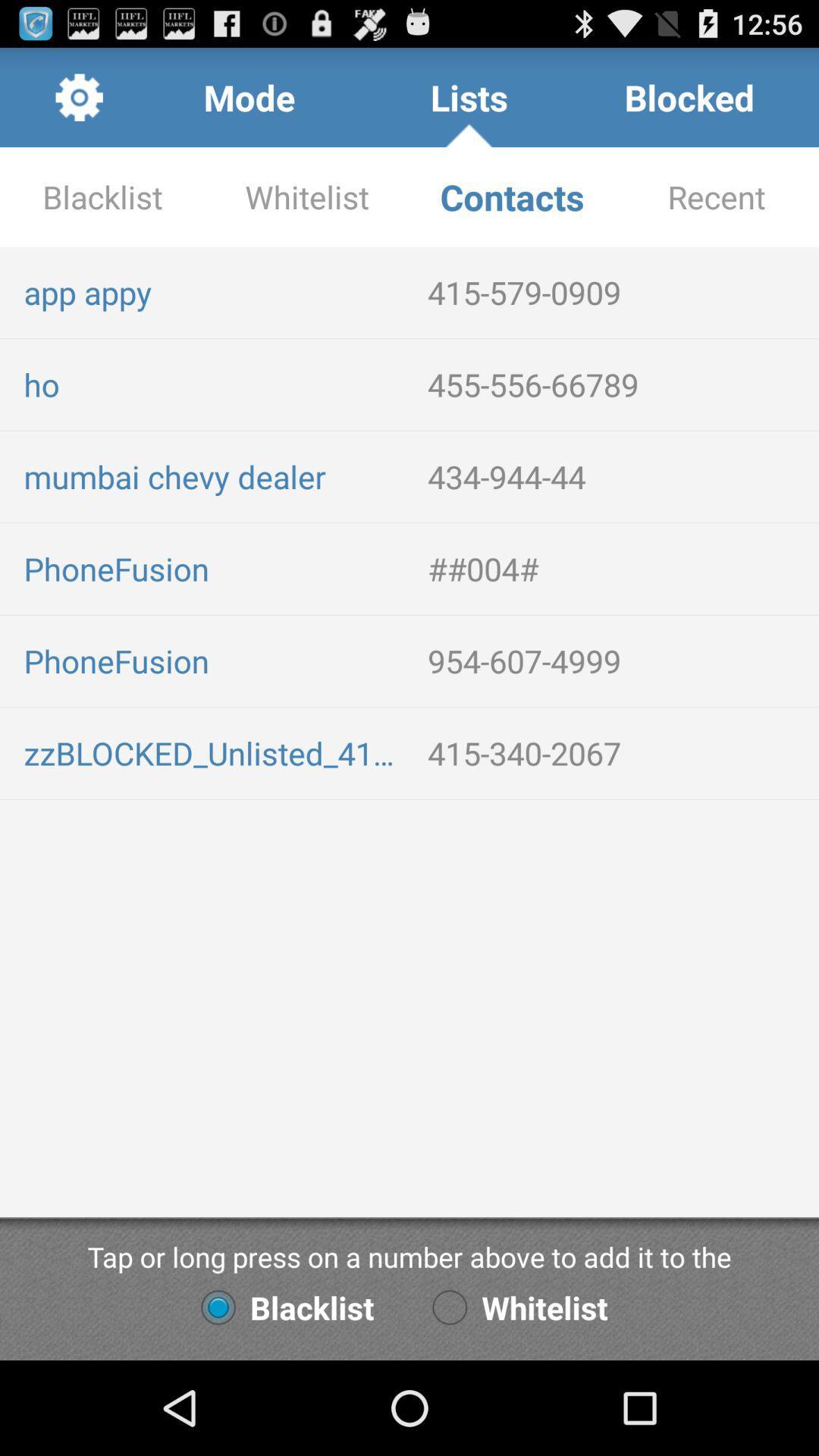  I want to click on item next to the 415-340-2067 app, so click(213, 753).